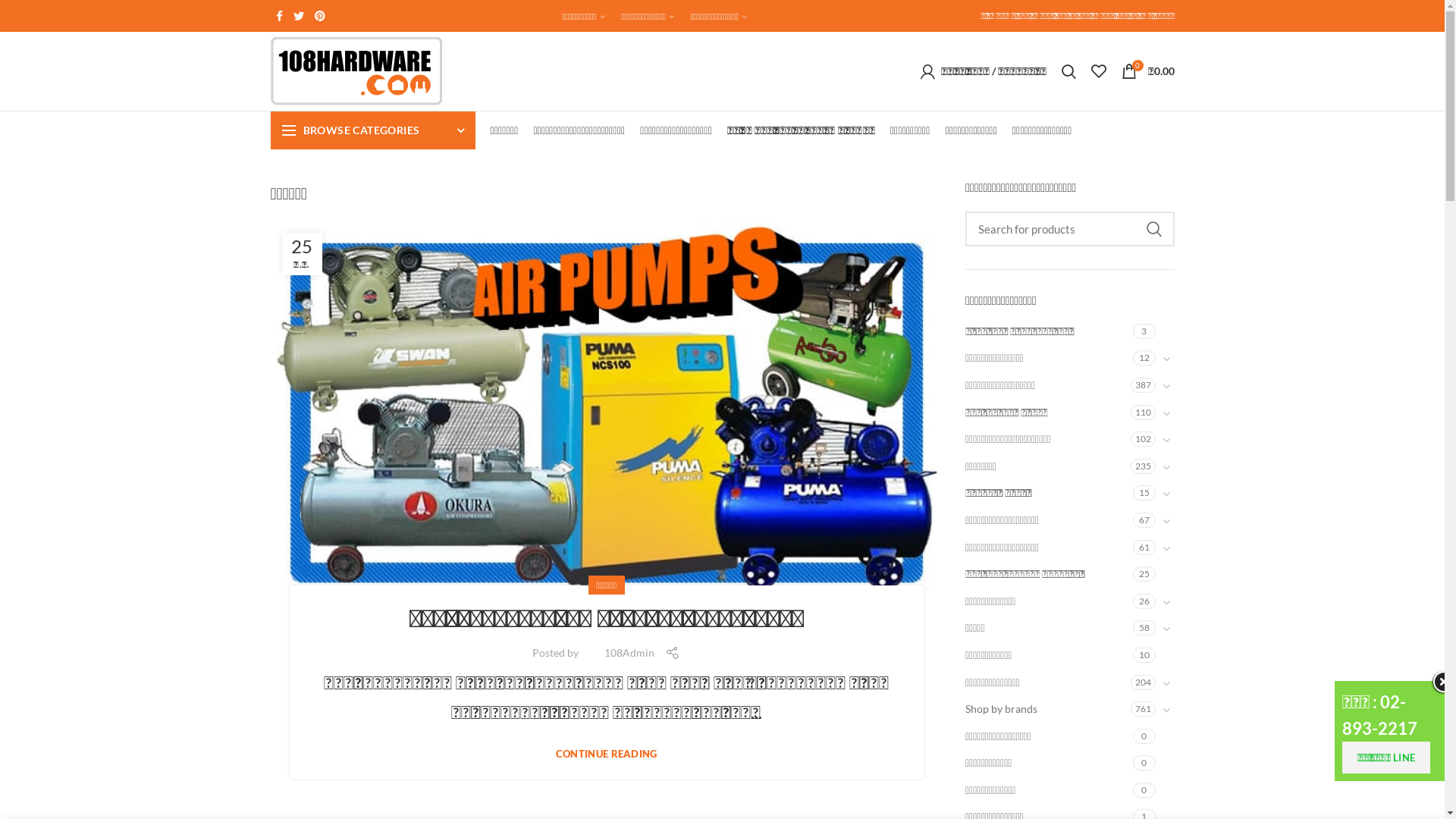 The height and width of the screenshot is (819, 1456). What do you see at coordinates (319, 15) in the screenshot?
I see `'Pinterest'` at bounding box center [319, 15].